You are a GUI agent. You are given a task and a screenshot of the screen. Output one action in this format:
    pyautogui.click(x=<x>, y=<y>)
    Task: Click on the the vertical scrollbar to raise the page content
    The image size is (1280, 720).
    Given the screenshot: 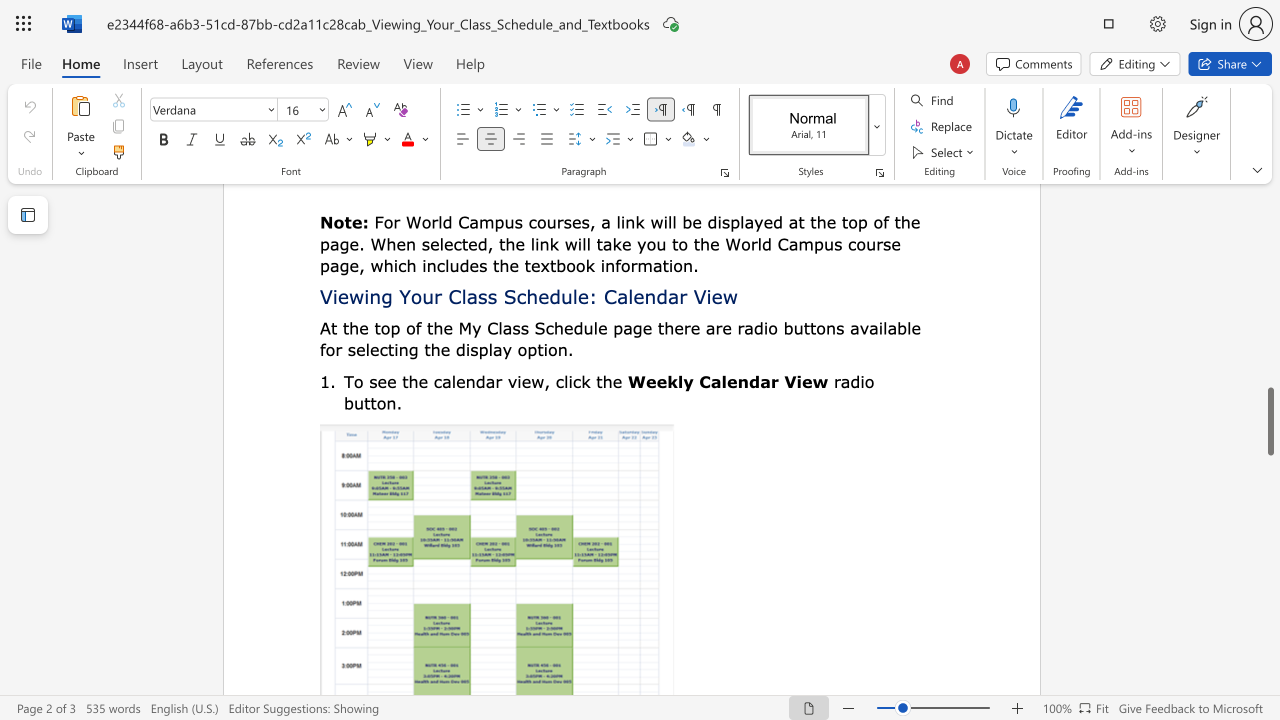 What is the action you would take?
    pyautogui.click(x=1269, y=290)
    